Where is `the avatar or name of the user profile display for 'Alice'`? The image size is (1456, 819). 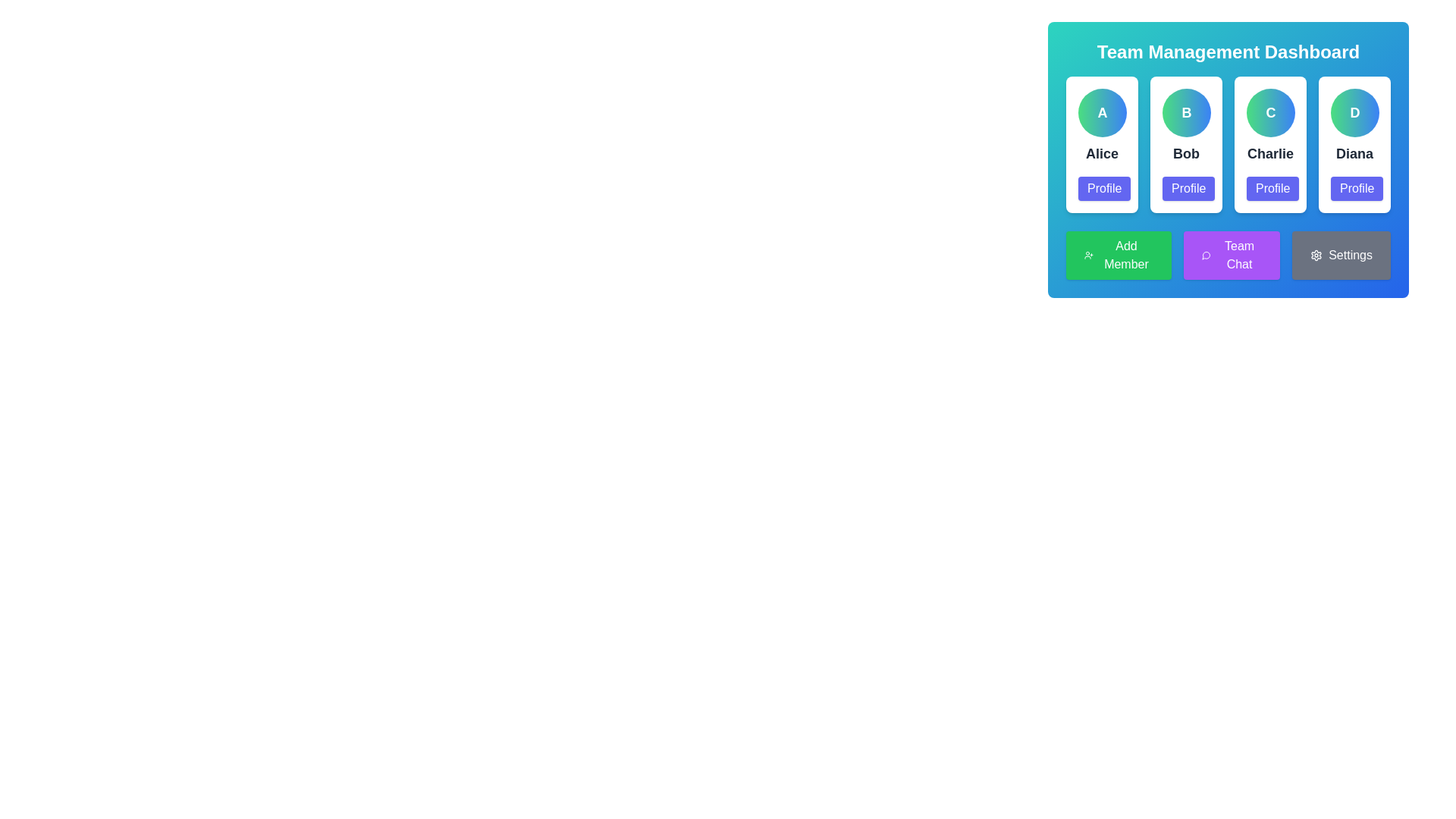 the avatar or name of the user profile display for 'Alice' is located at coordinates (1102, 145).